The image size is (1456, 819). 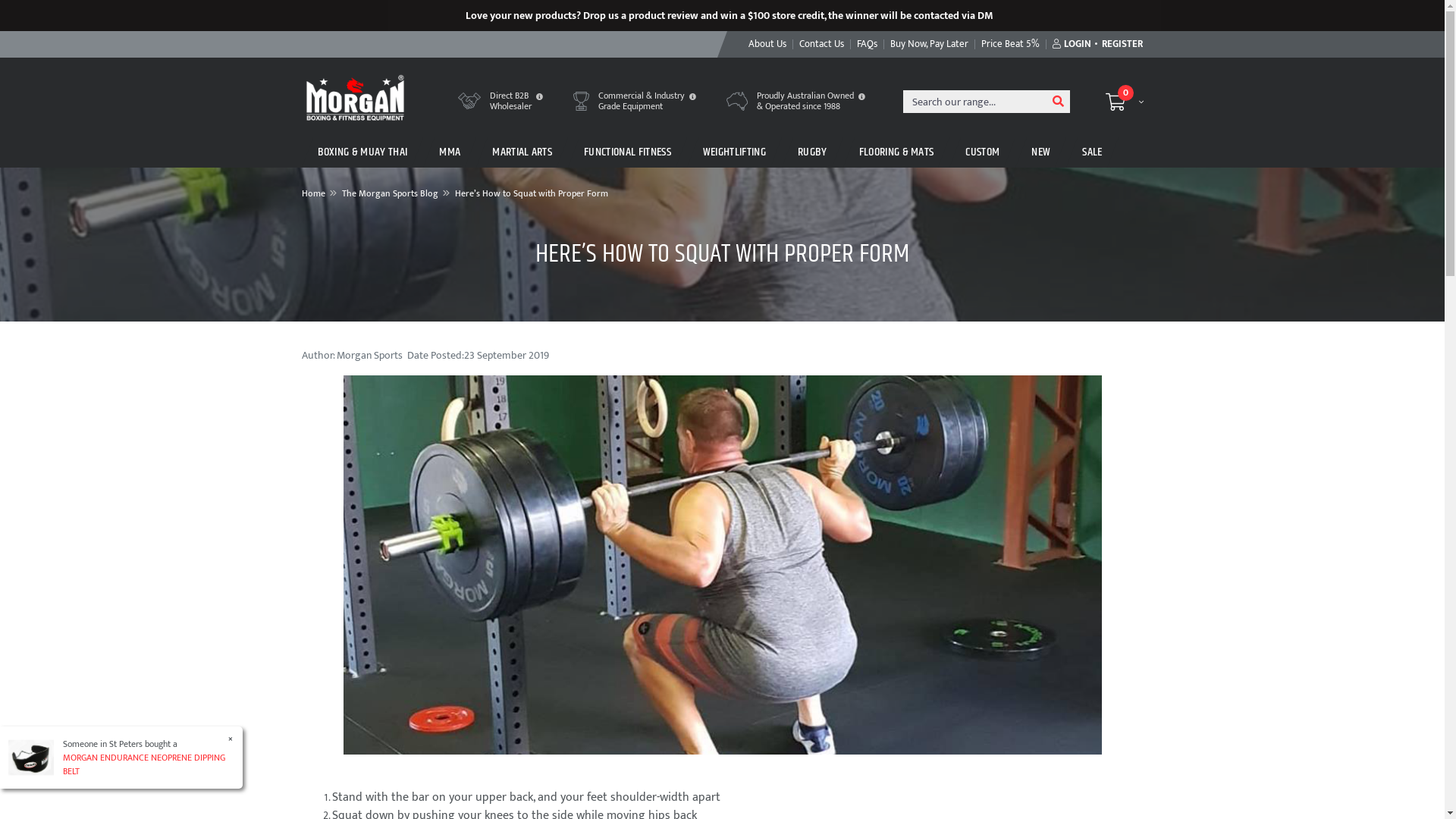 What do you see at coordinates (811, 152) in the screenshot?
I see `'RUGBY'` at bounding box center [811, 152].